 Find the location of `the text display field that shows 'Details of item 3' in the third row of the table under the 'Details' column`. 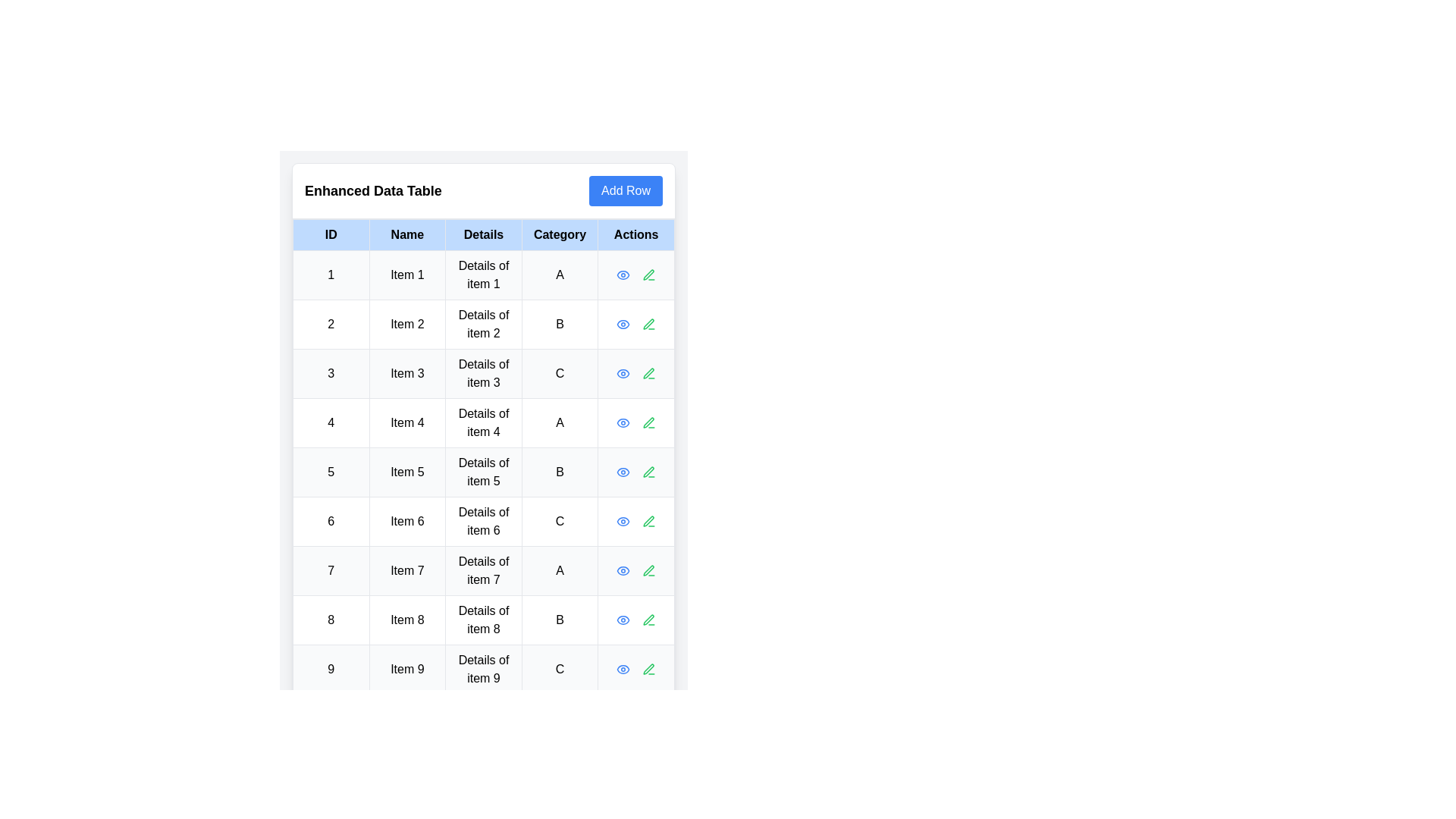

the text display field that shows 'Details of item 3' in the third row of the table under the 'Details' column is located at coordinates (483, 374).